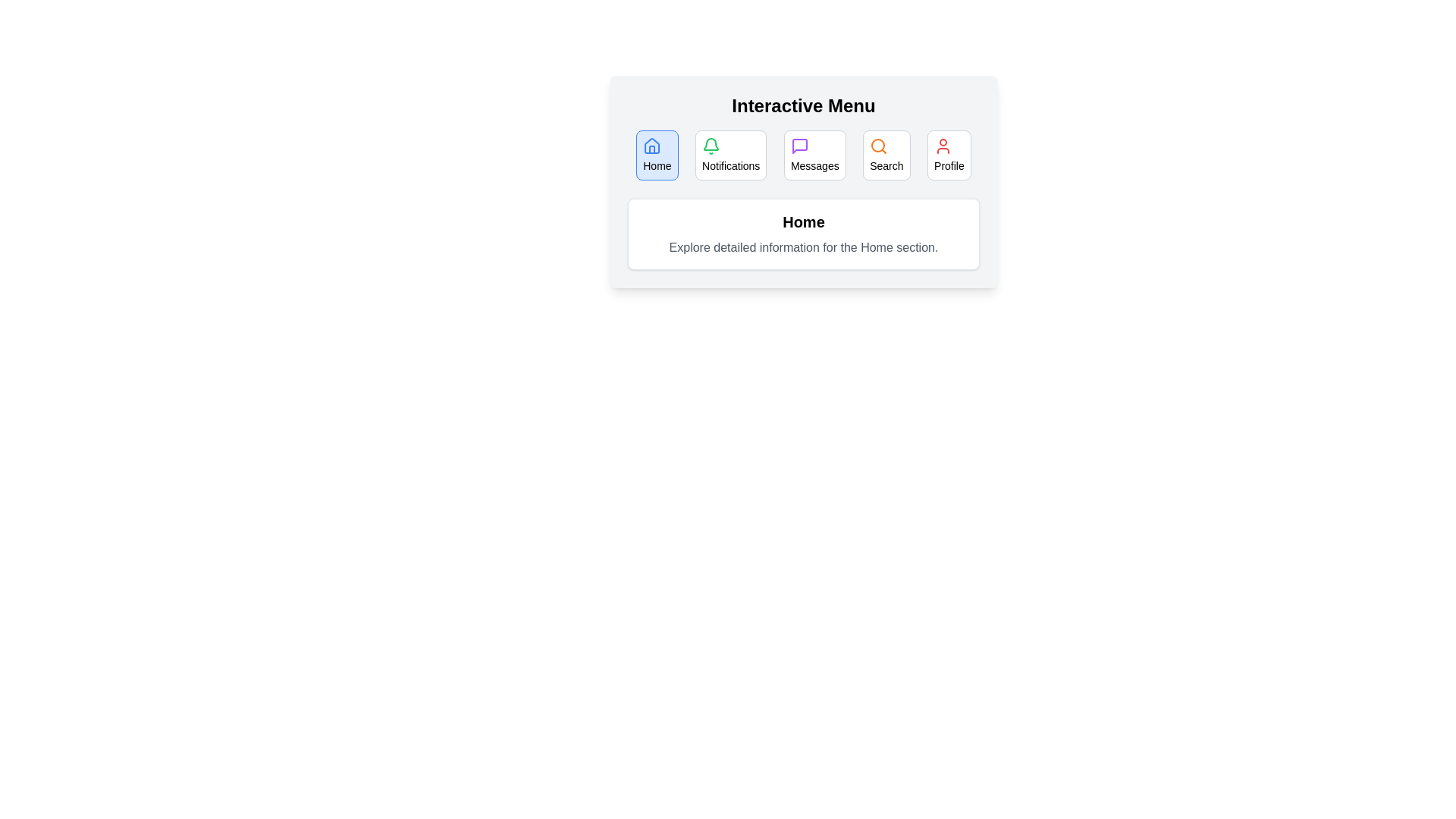 The height and width of the screenshot is (819, 1456). Describe the element at coordinates (948, 166) in the screenshot. I see `the 'Profile' text label, which is part of the 'Profile' button located at the top right of the horizontal menu bar, following the menu items 'Home', 'Notifications', 'Messages', and 'Search'` at that location.